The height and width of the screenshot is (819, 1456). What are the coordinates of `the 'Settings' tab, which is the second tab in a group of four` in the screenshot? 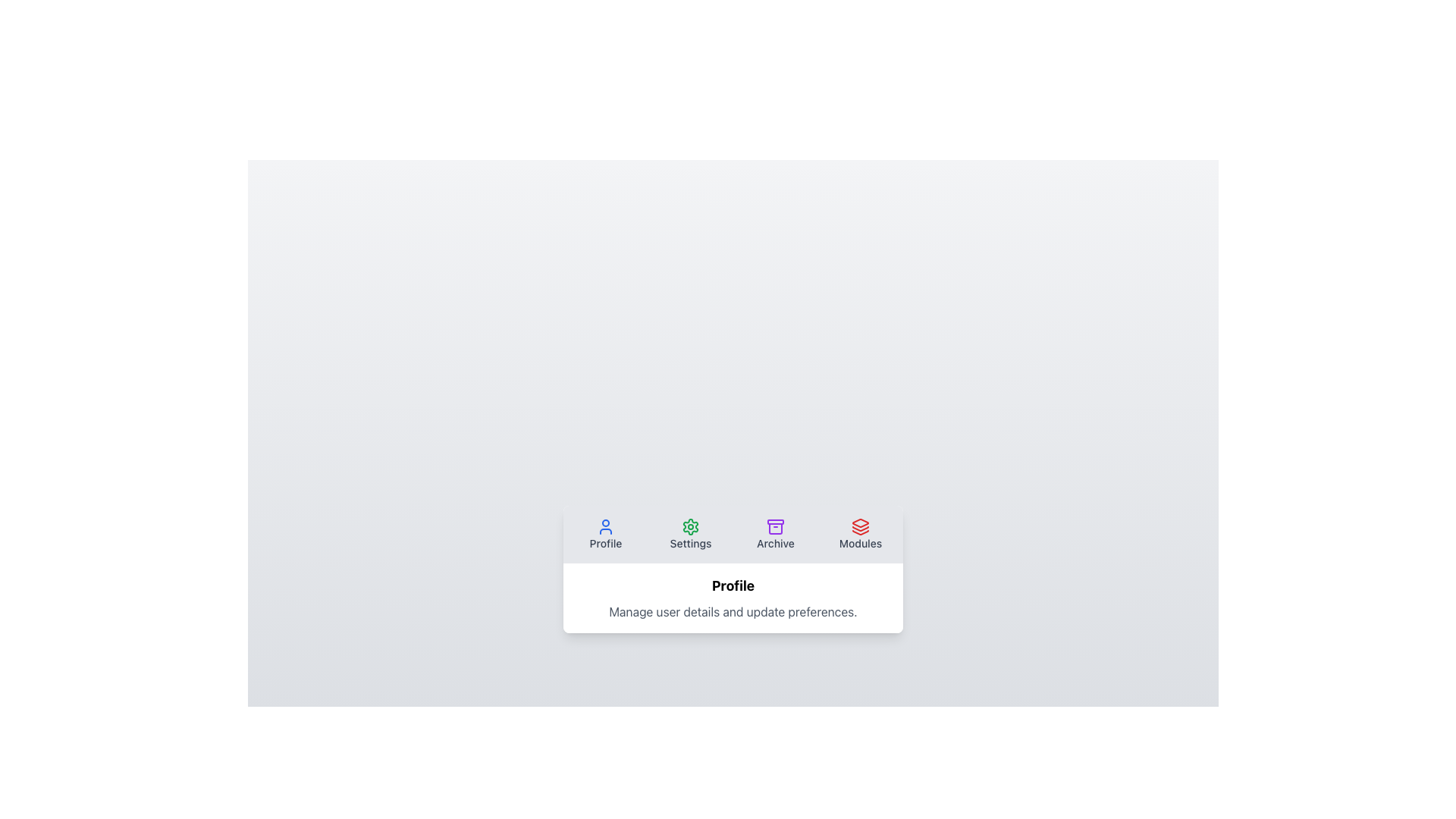 It's located at (690, 534).